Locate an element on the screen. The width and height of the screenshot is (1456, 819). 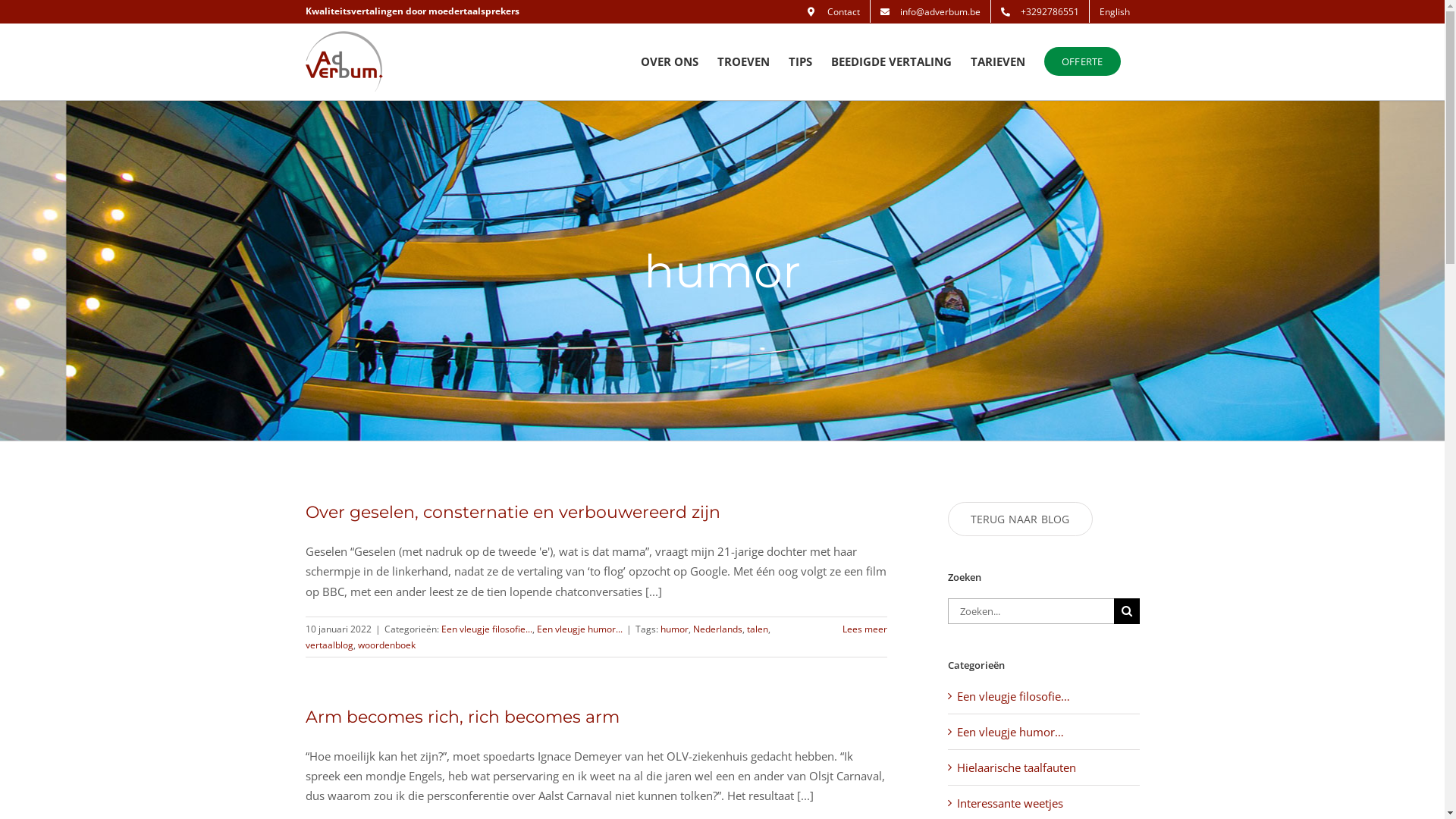
'+3292786551' is located at coordinates (1038, 11).